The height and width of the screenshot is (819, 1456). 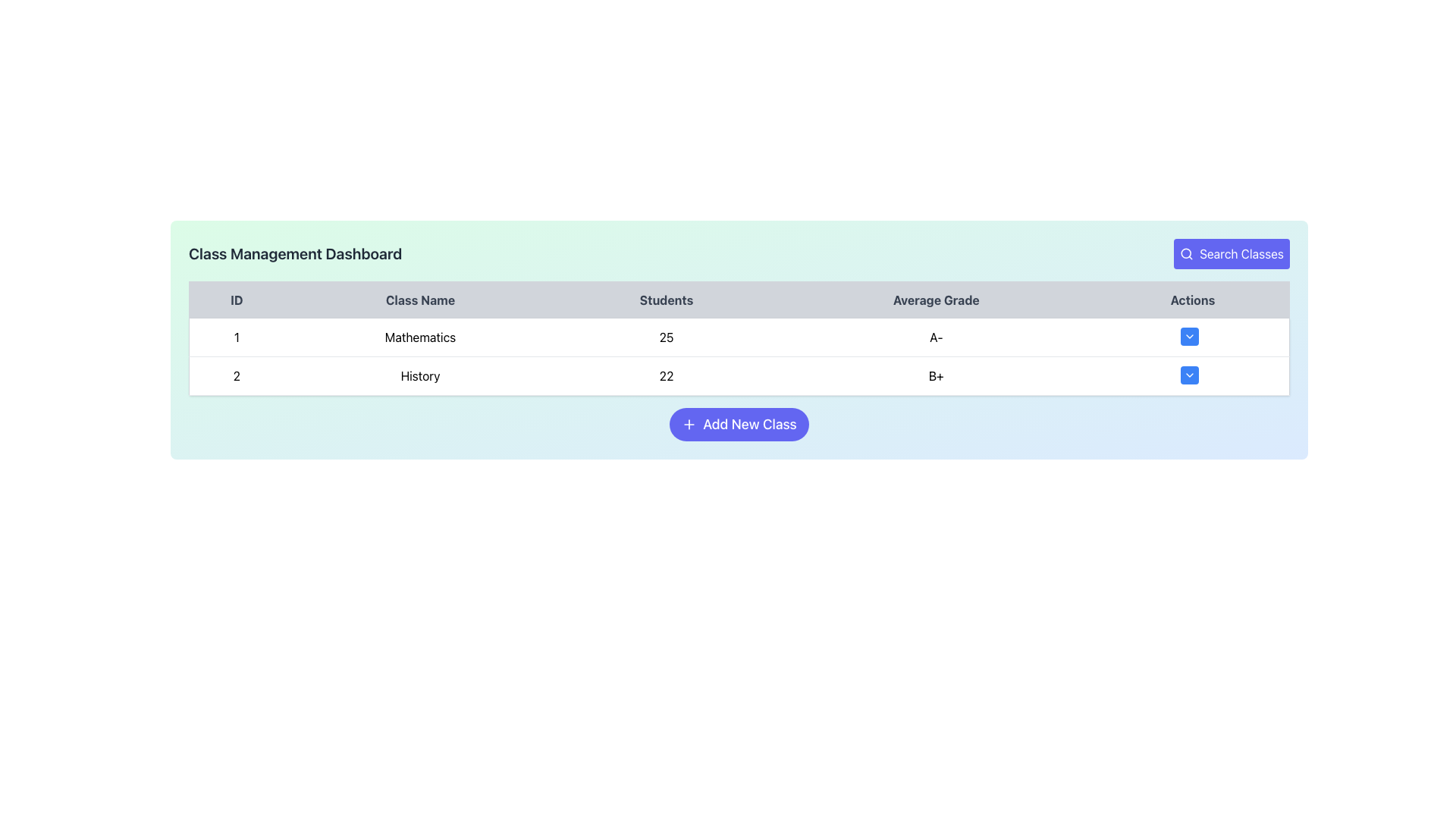 I want to click on the Dropdown indicator icon located in the Actions column of the second row in the table, which is within a blue button to the right of the text 'B+', so click(x=1188, y=335).